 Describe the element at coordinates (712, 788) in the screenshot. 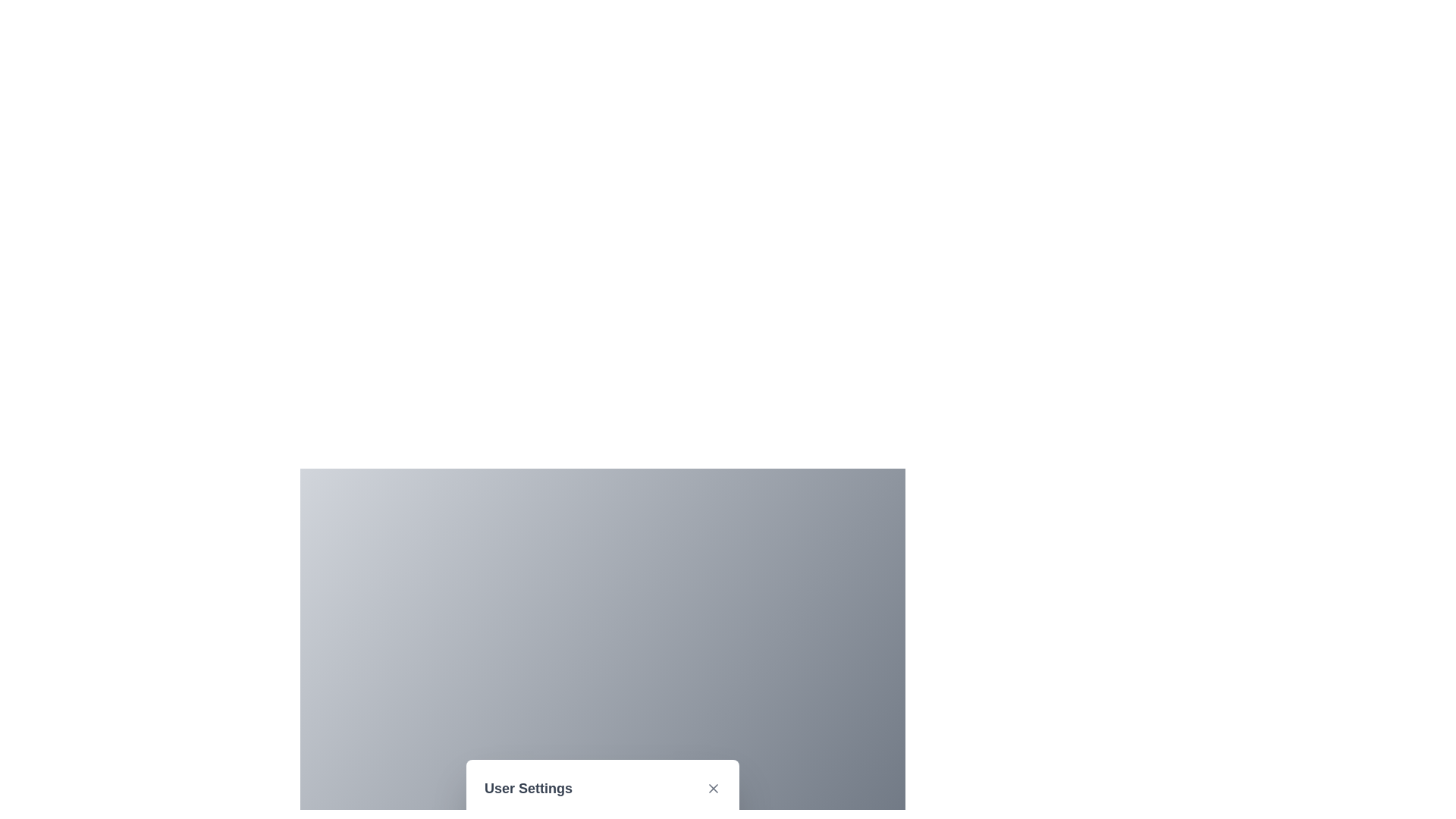

I see `the close button located in the top-right corner of the 'User Settings' section` at that location.